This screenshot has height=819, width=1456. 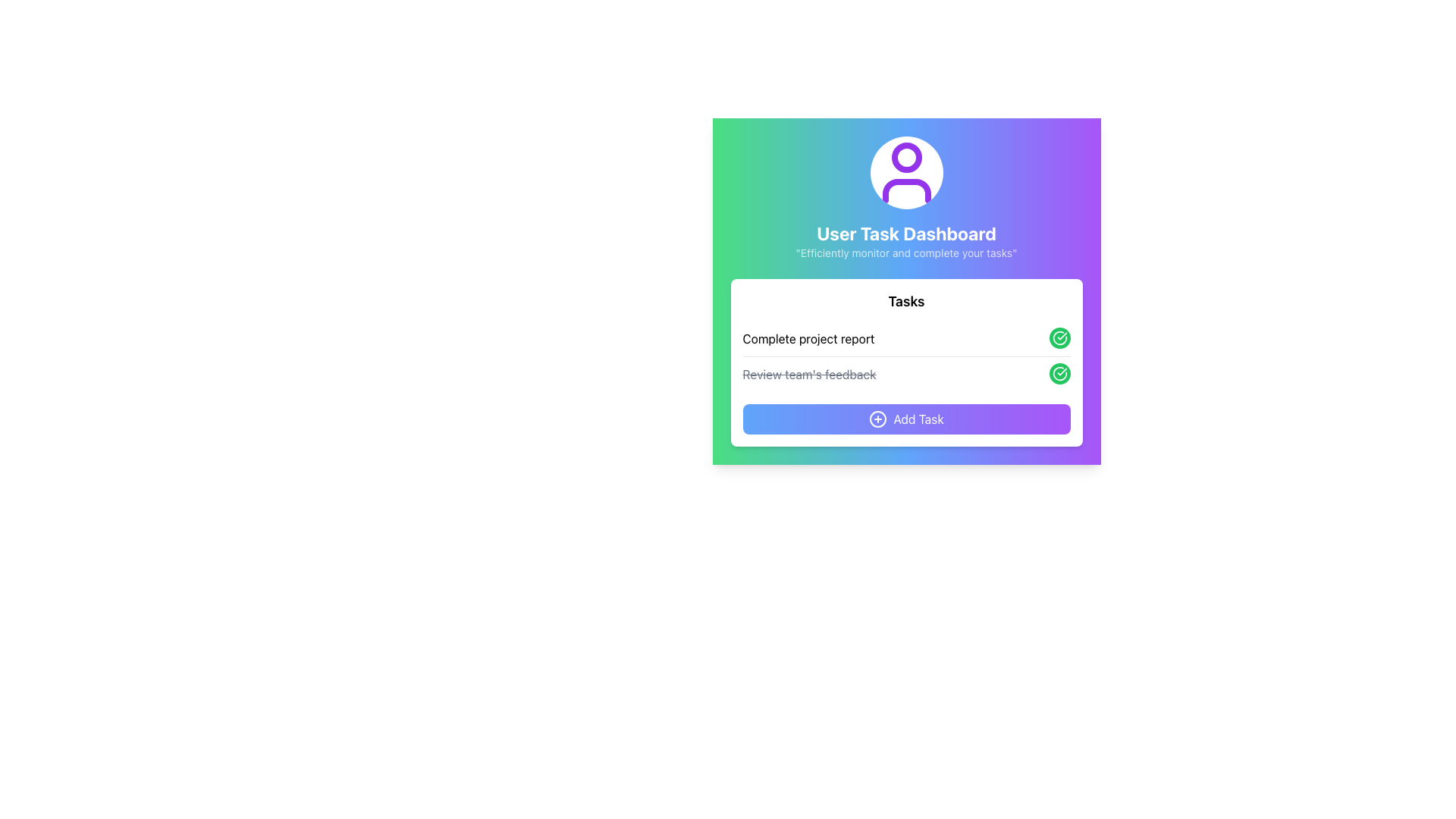 I want to click on the primary header text label reading 'User Task Dashboard', which is styled in bold and large font, positioned near the top-center of the content area, so click(x=906, y=234).